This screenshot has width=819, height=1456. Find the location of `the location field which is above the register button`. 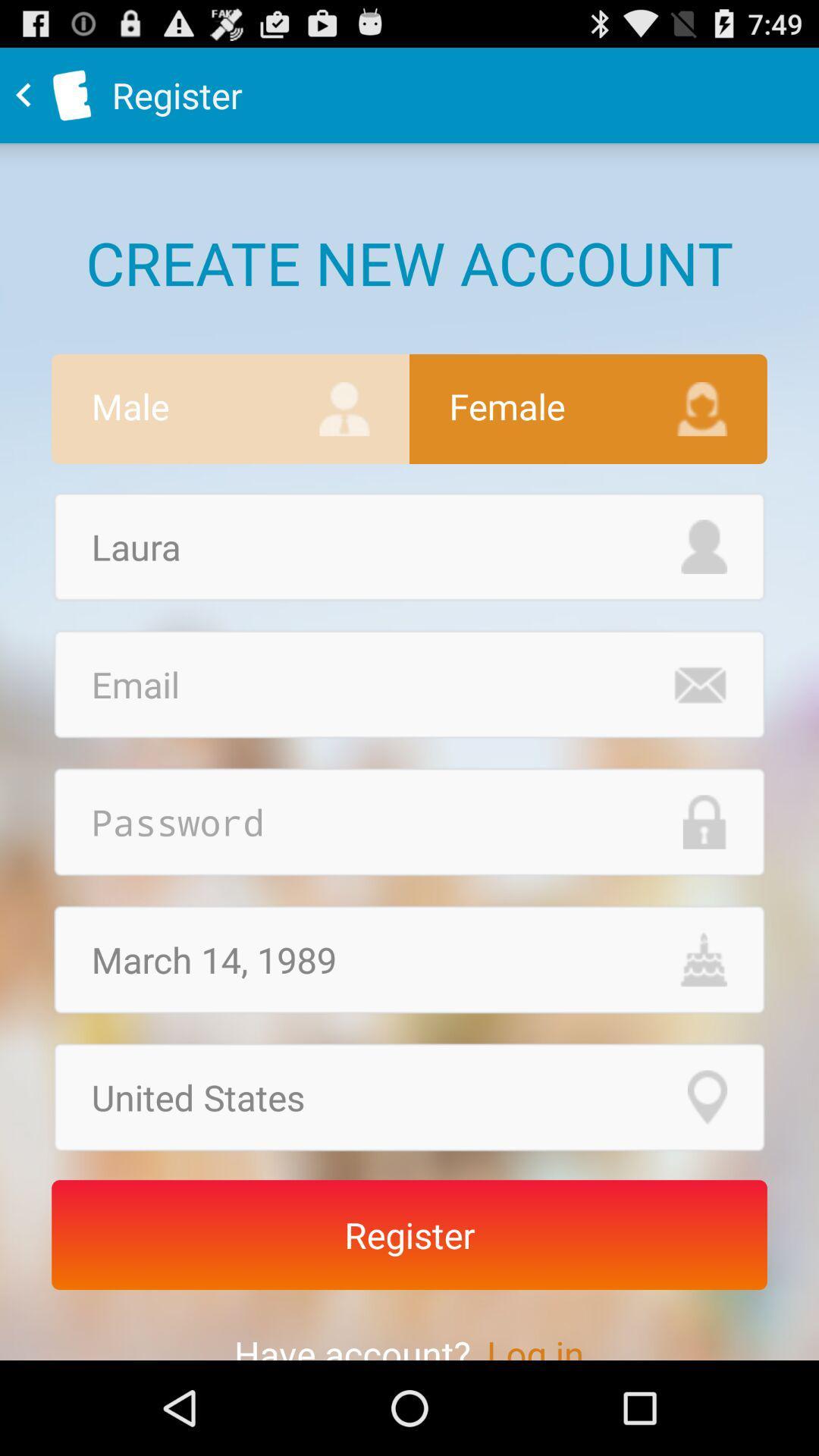

the location field which is above the register button is located at coordinates (409, 1097).